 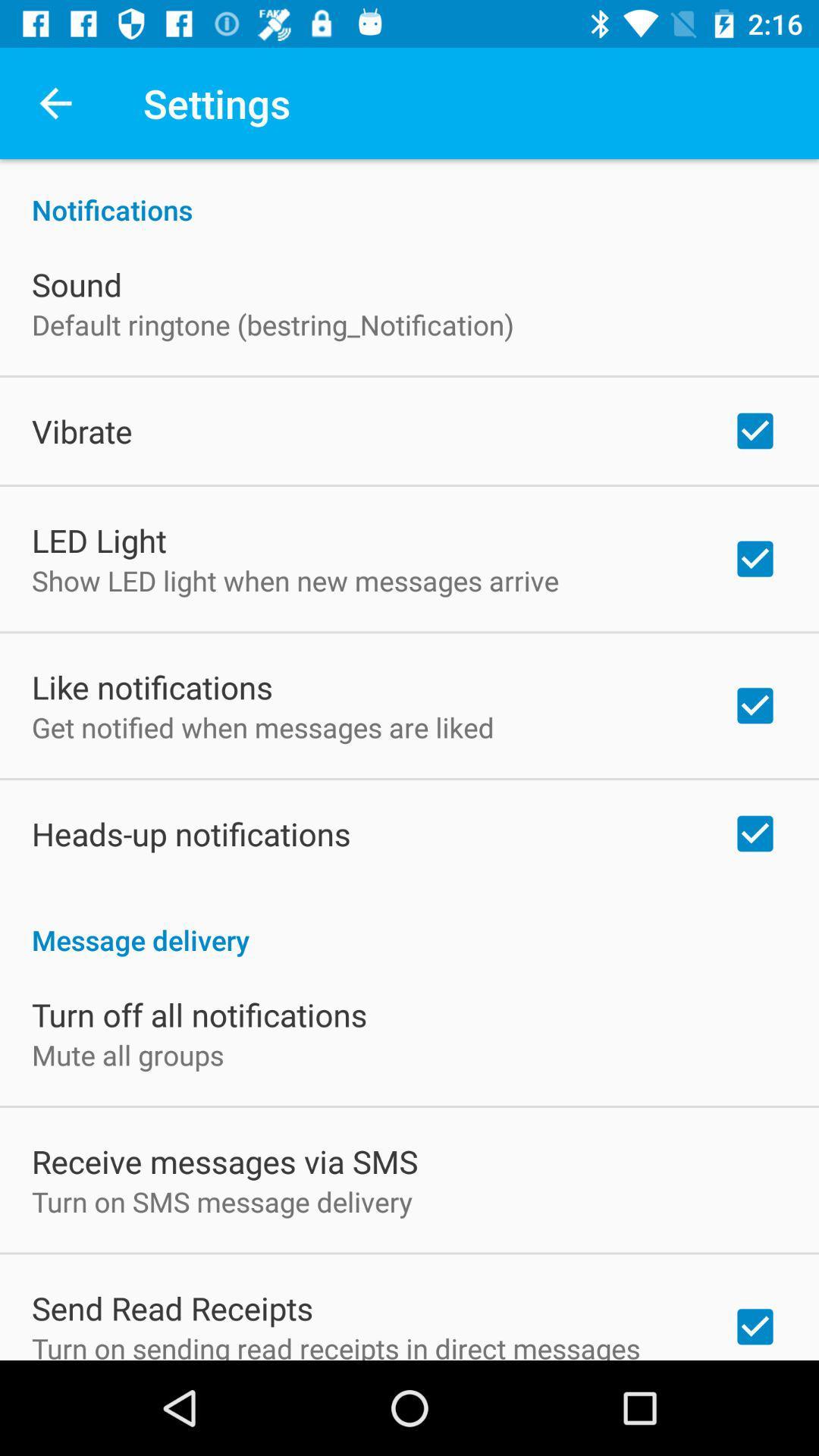 What do you see at coordinates (224, 1160) in the screenshot?
I see `item below mute all groups item` at bounding box center [224, 1160].